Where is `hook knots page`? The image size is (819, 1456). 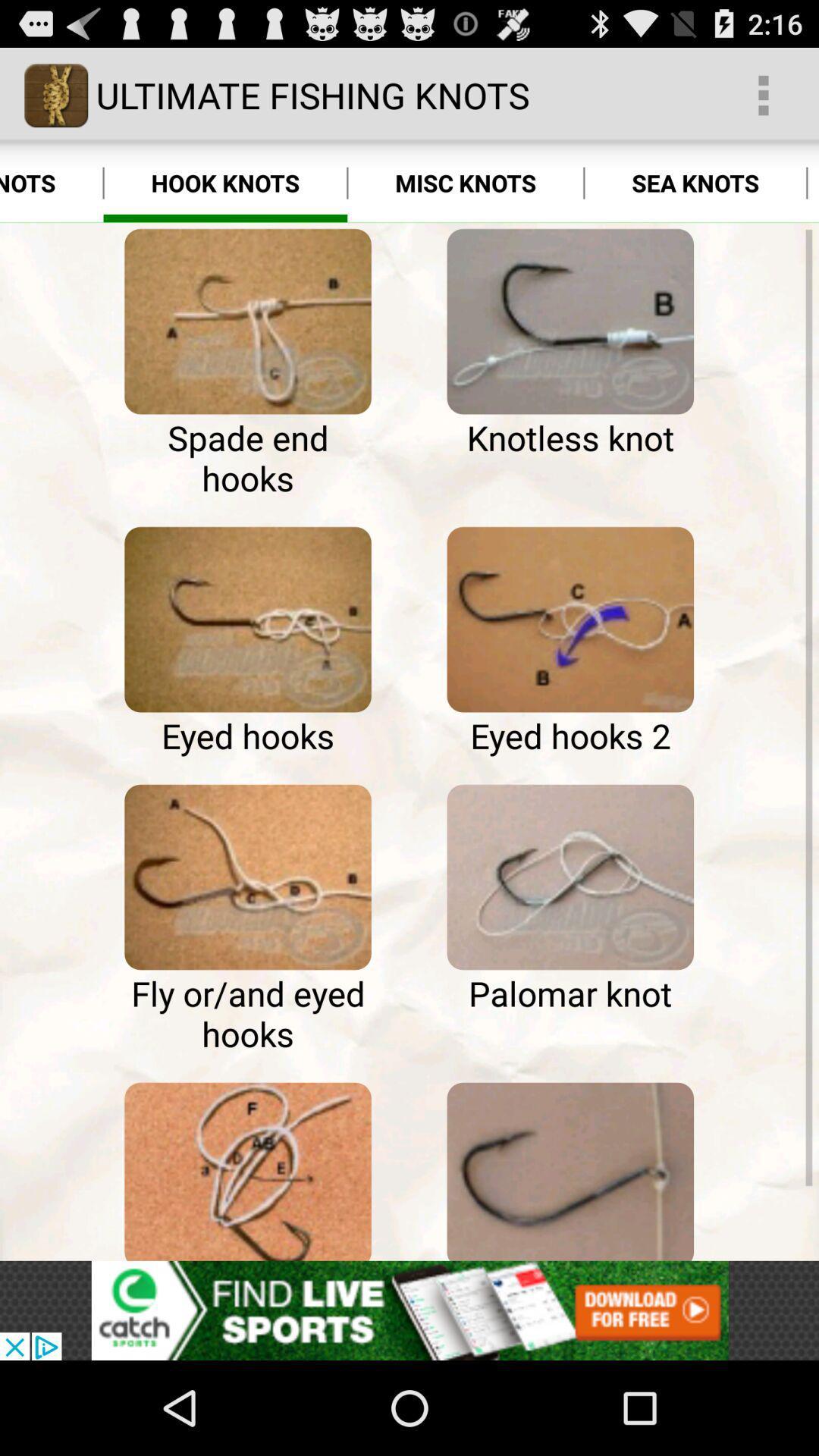
hook knots page is located at coordinates (570, 1168).